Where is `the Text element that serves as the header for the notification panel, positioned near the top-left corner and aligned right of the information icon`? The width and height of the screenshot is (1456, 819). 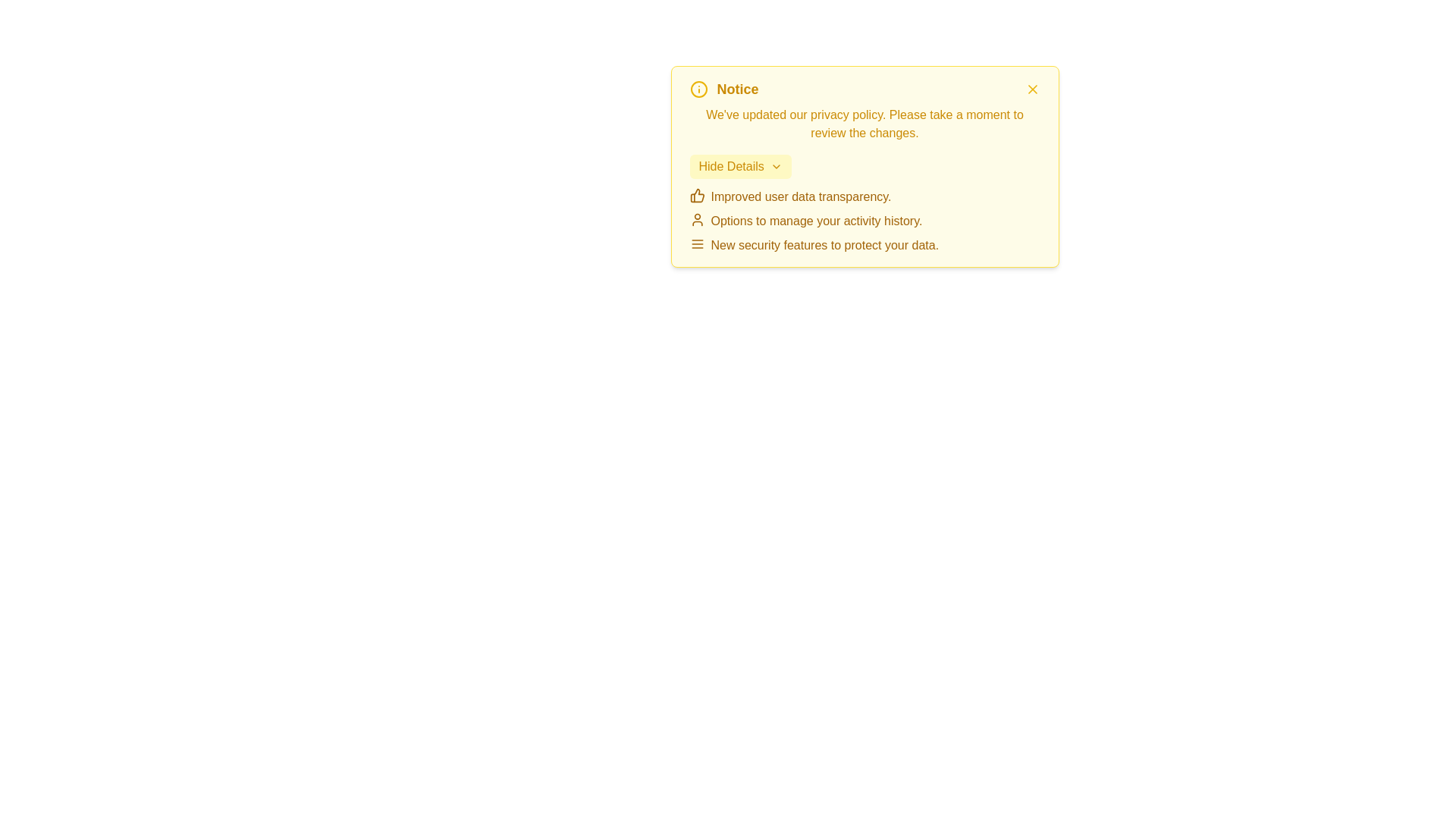
the Text element that serves as the header for the notification panel, positioned near the top-left corner and aligned right of the information icon is located at coordinates (738, 89).